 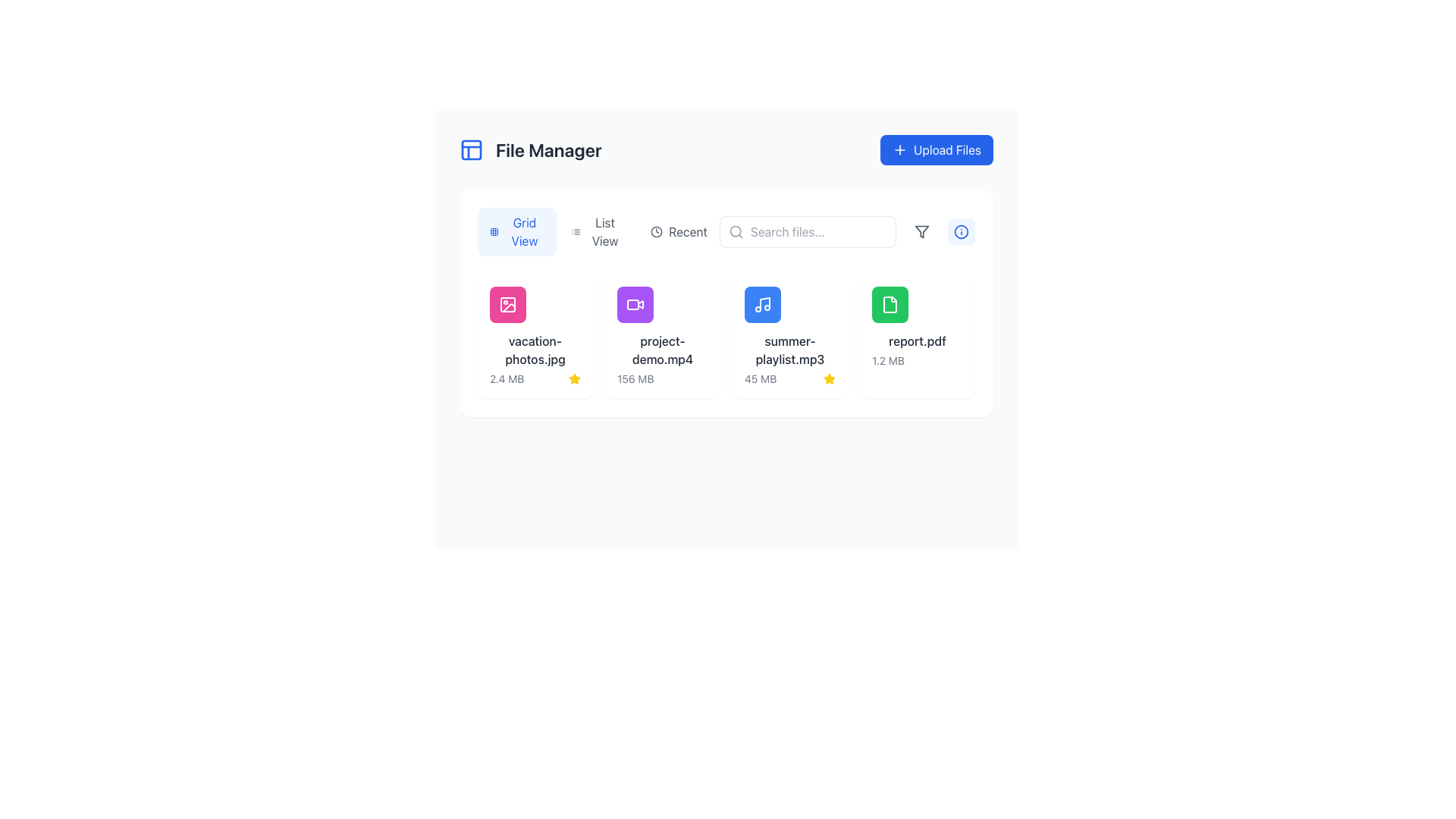 I want to click on the circular information icon with a blue outline located near the top-right corner of the interface, adjacent to the filter button and aligned with the search bar, so click(x=960, y=231).